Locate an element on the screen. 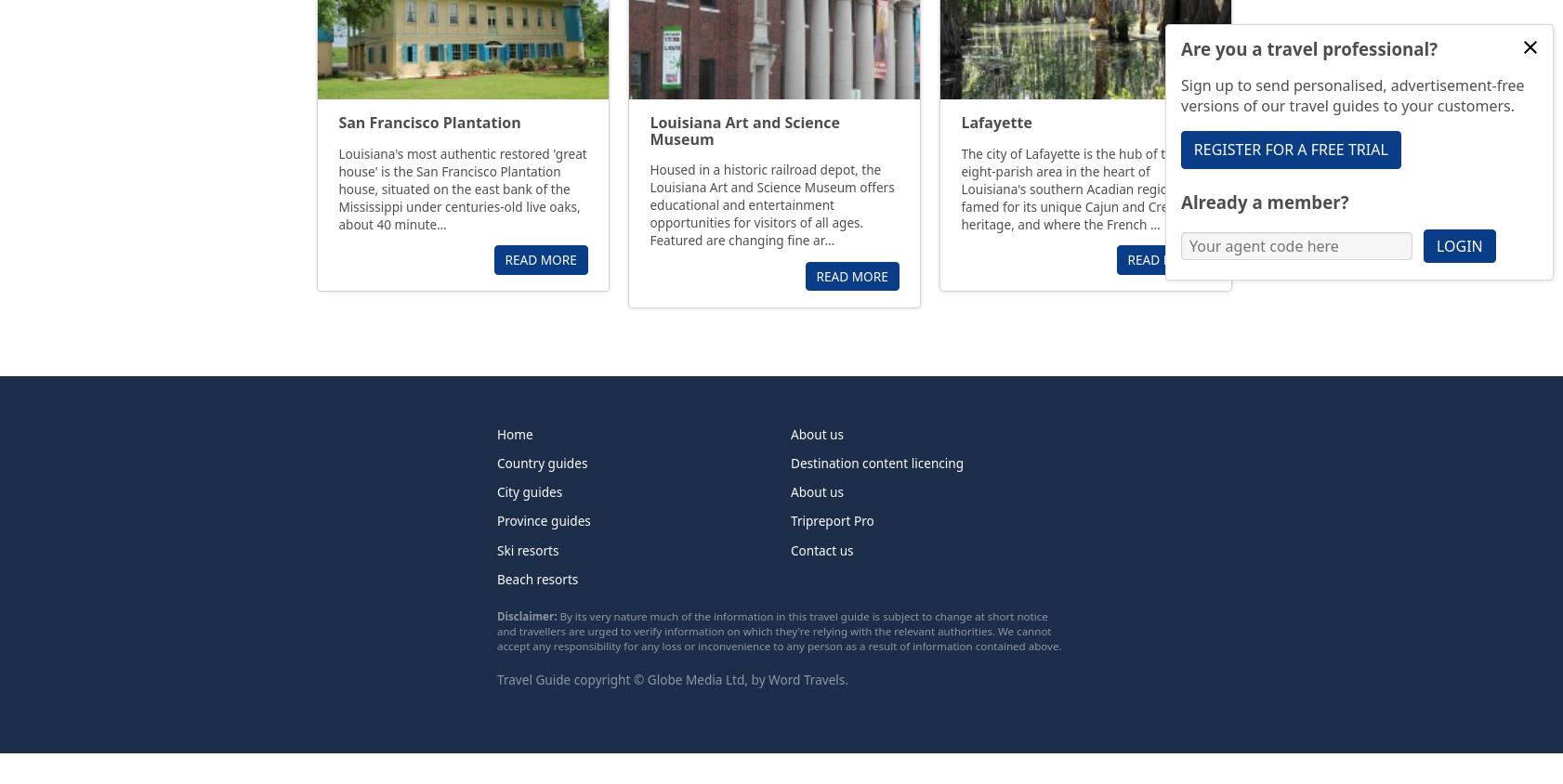 This screenshot has width=1563, height=784. 'The city of Lafayette is the hub of the eight-parish area in the
heart of Louisiana's southern Acadian region, famed for its unique
Cajun and Creole heritage, and where the French …' is located at coordinates (1072, 188).